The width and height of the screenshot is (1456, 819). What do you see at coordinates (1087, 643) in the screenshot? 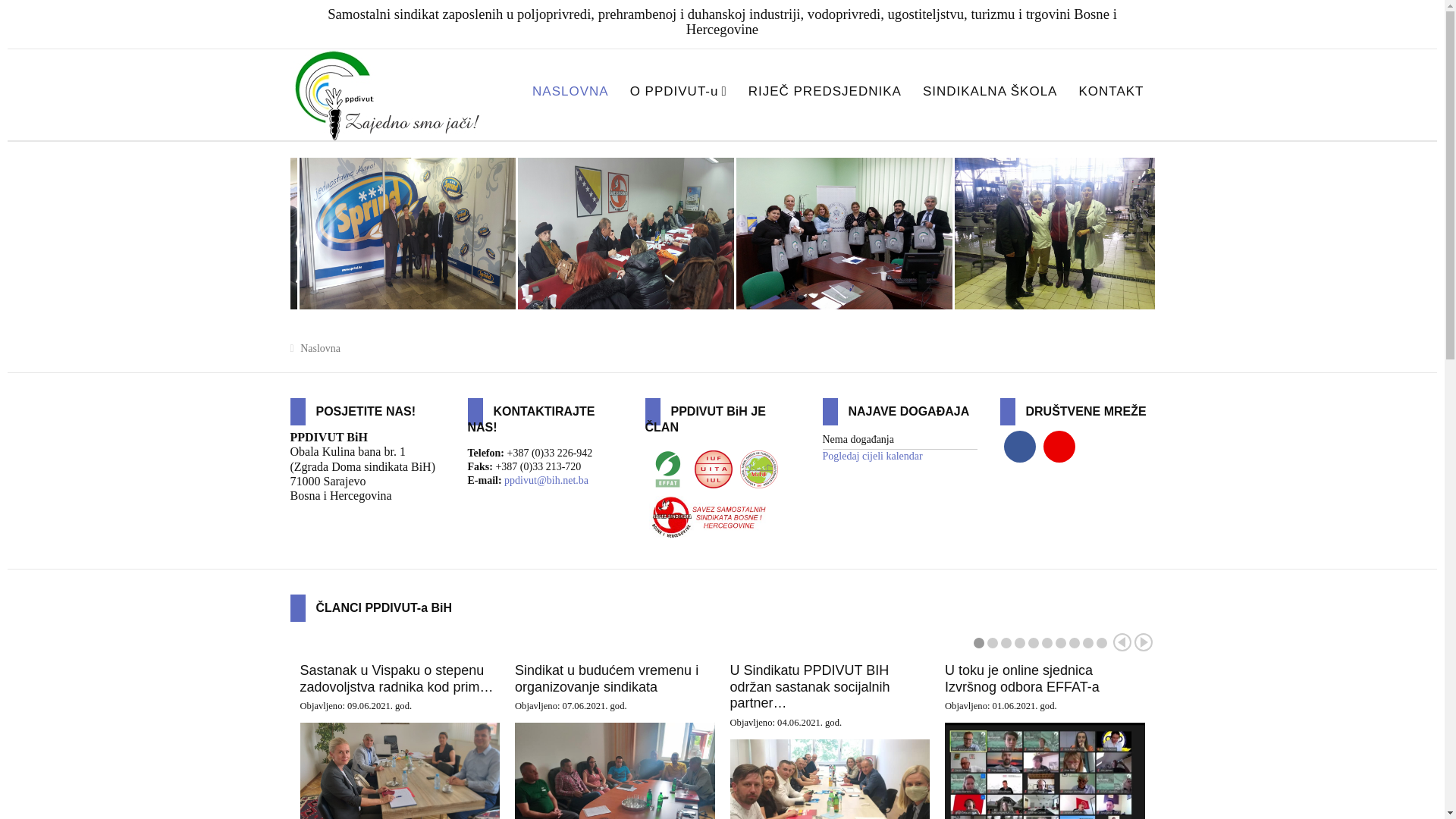
I see `'9'` at bounding box center [1087, 643].